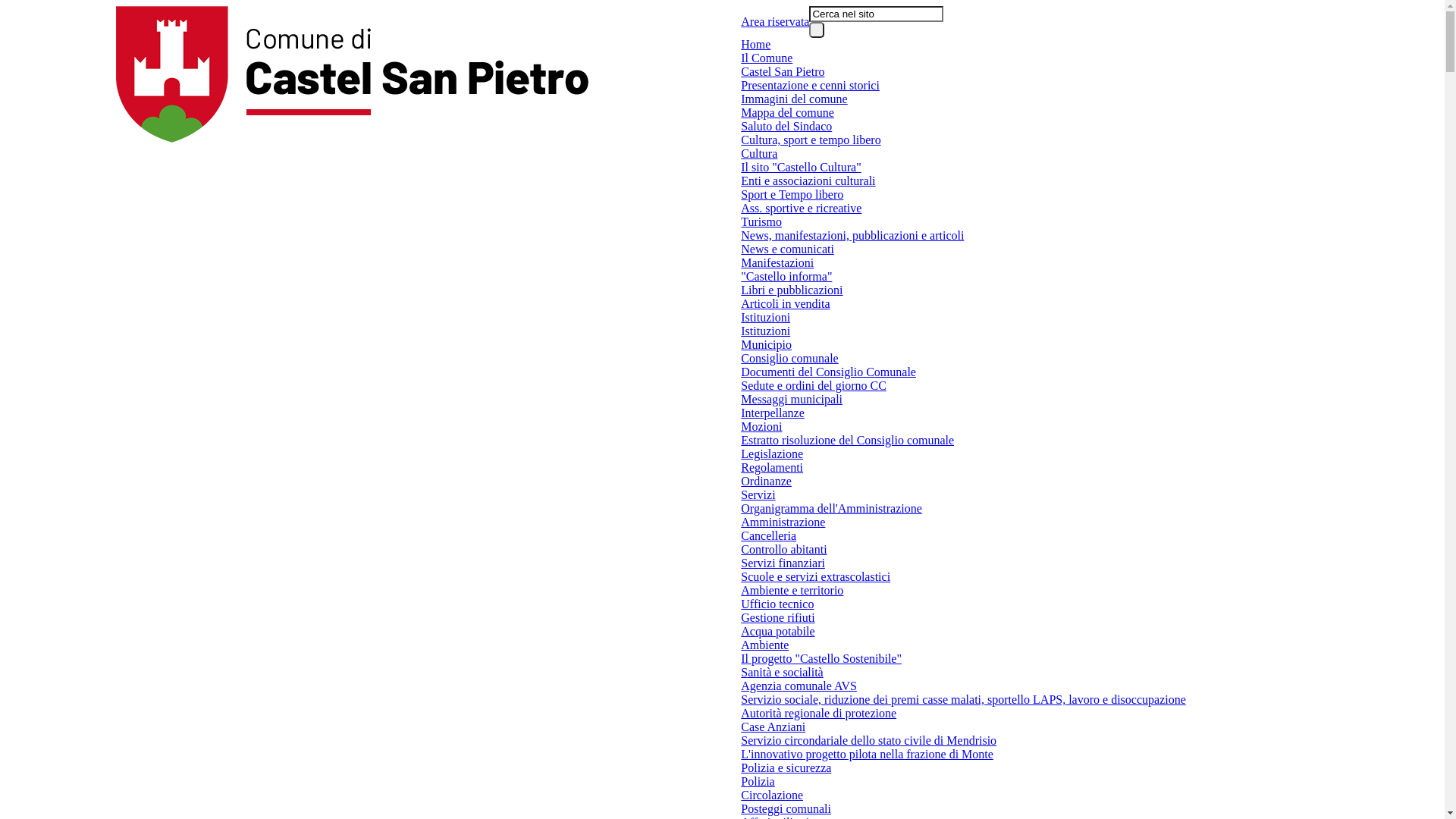  What do you see at coordinates (786, 277) in the screenshot?
I see `'"Castello informa"'` at bounding box center [786, 277].